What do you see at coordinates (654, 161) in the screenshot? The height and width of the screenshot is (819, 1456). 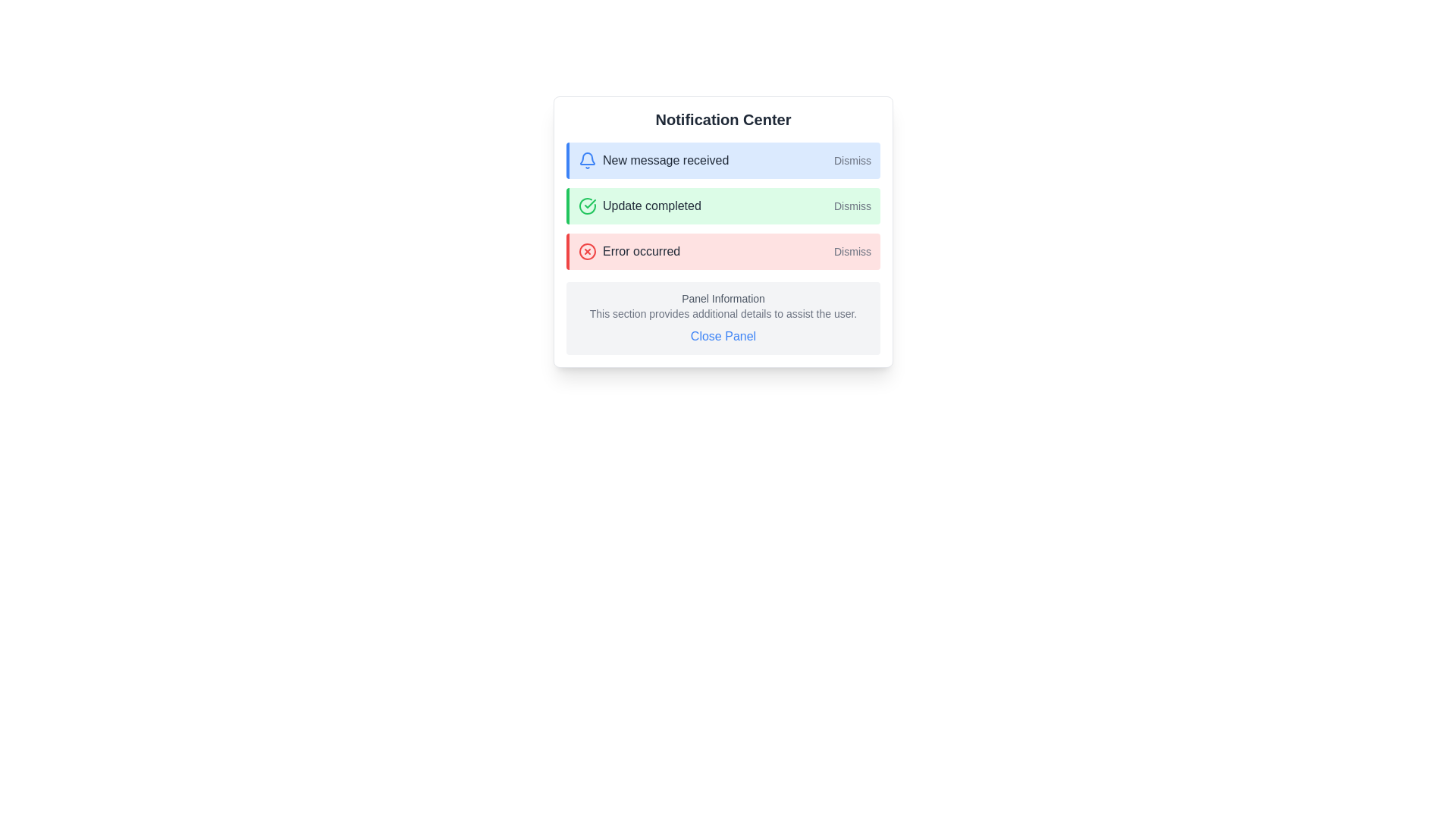 I see `the notification label with an icon that indicates a newly received message, located at the center of the interface and adjacent to the 'Dismiss' button` at bounding box center [654, 161].